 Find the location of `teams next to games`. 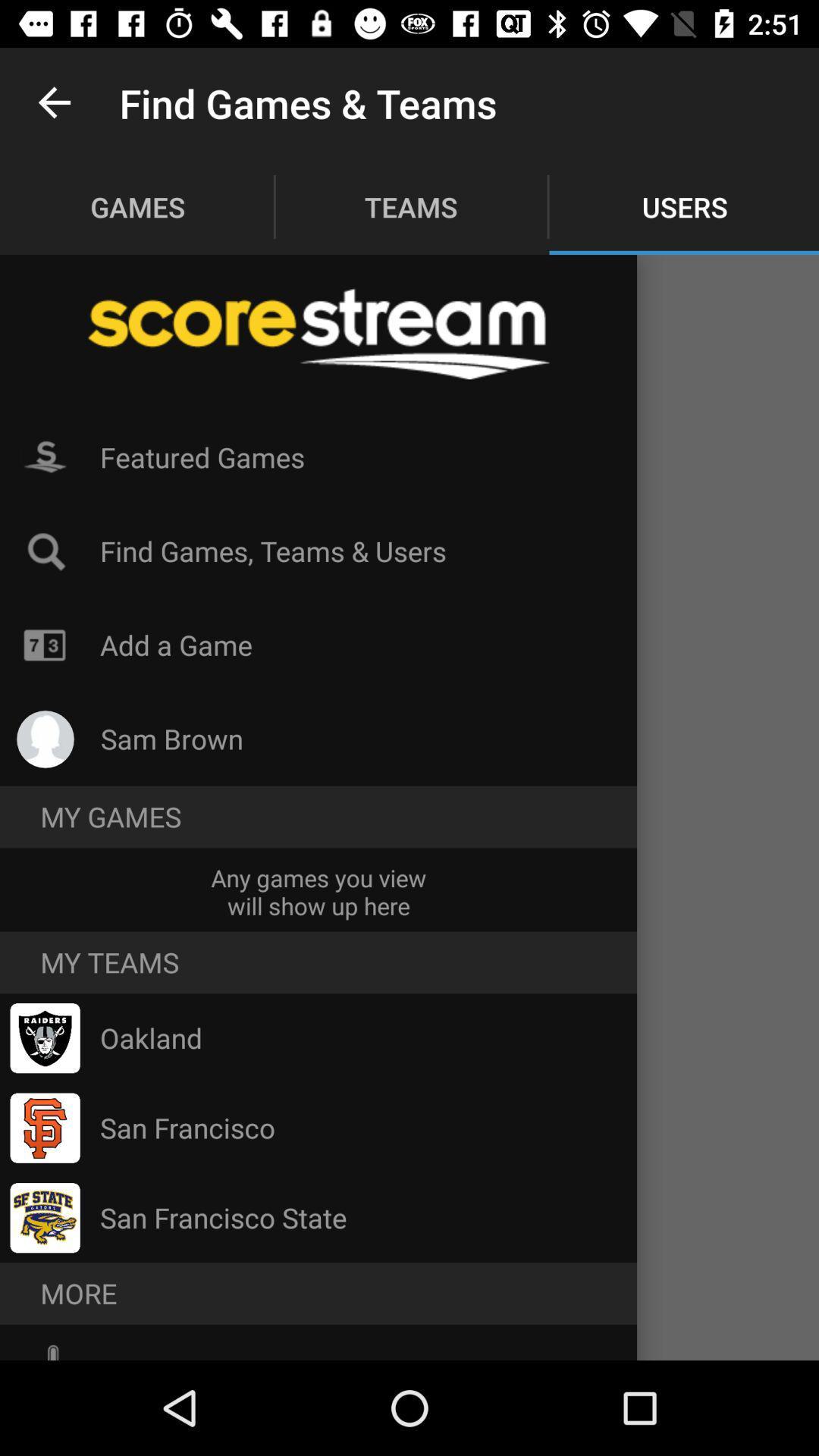

teams next to games is located at coordinates (412, 206).